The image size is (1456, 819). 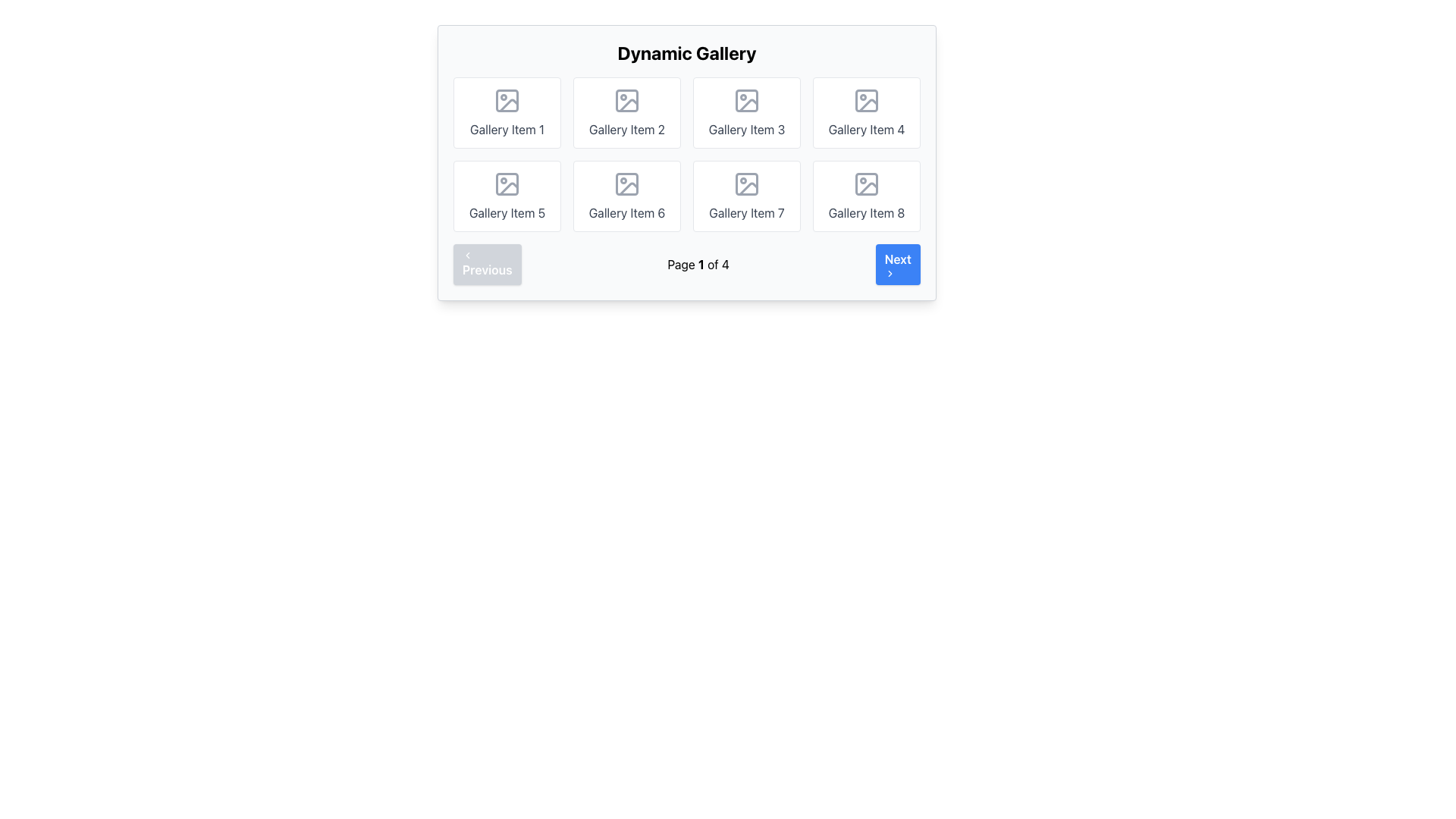 I want to click on the SVG rectangle that serves as the background shape for the icon in the Gallery Item 5 layout card located in the second row, first column of the grid, so click(x=507, y=184).